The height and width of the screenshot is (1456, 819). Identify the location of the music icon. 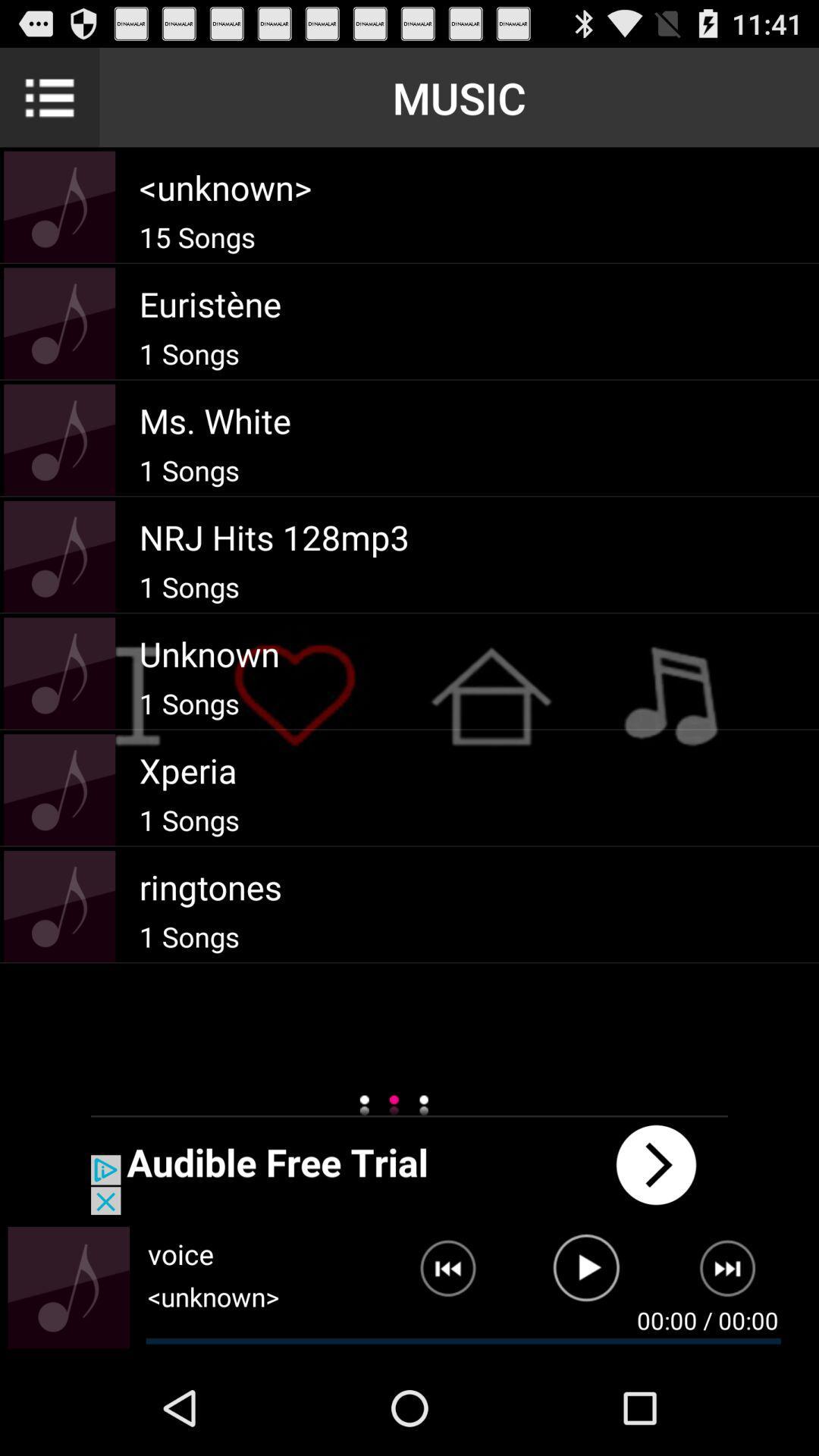
(68, 1378).